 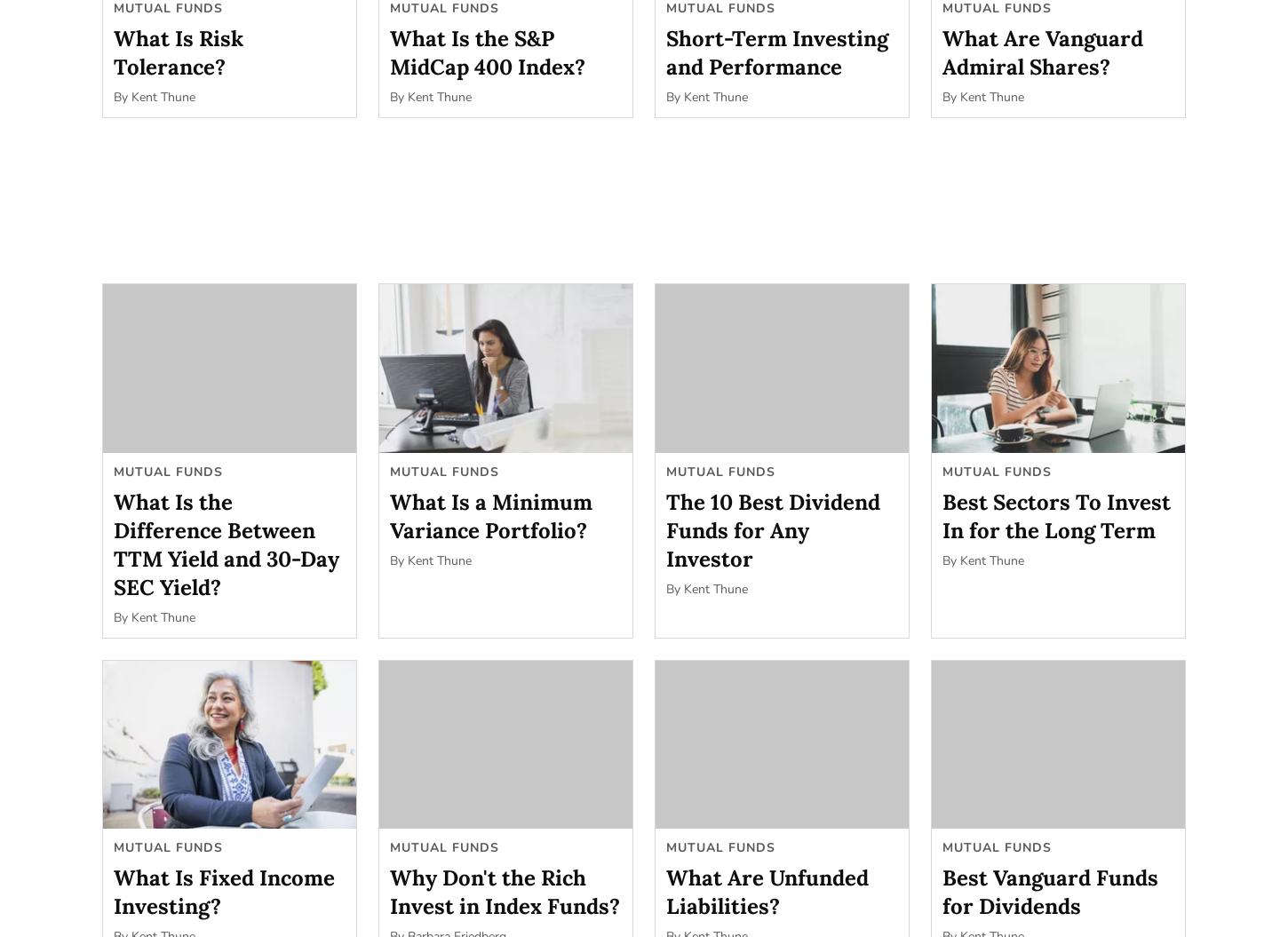 I want to click on 'What Are Unfunded Liabilities?', so click(x=767, y=891).